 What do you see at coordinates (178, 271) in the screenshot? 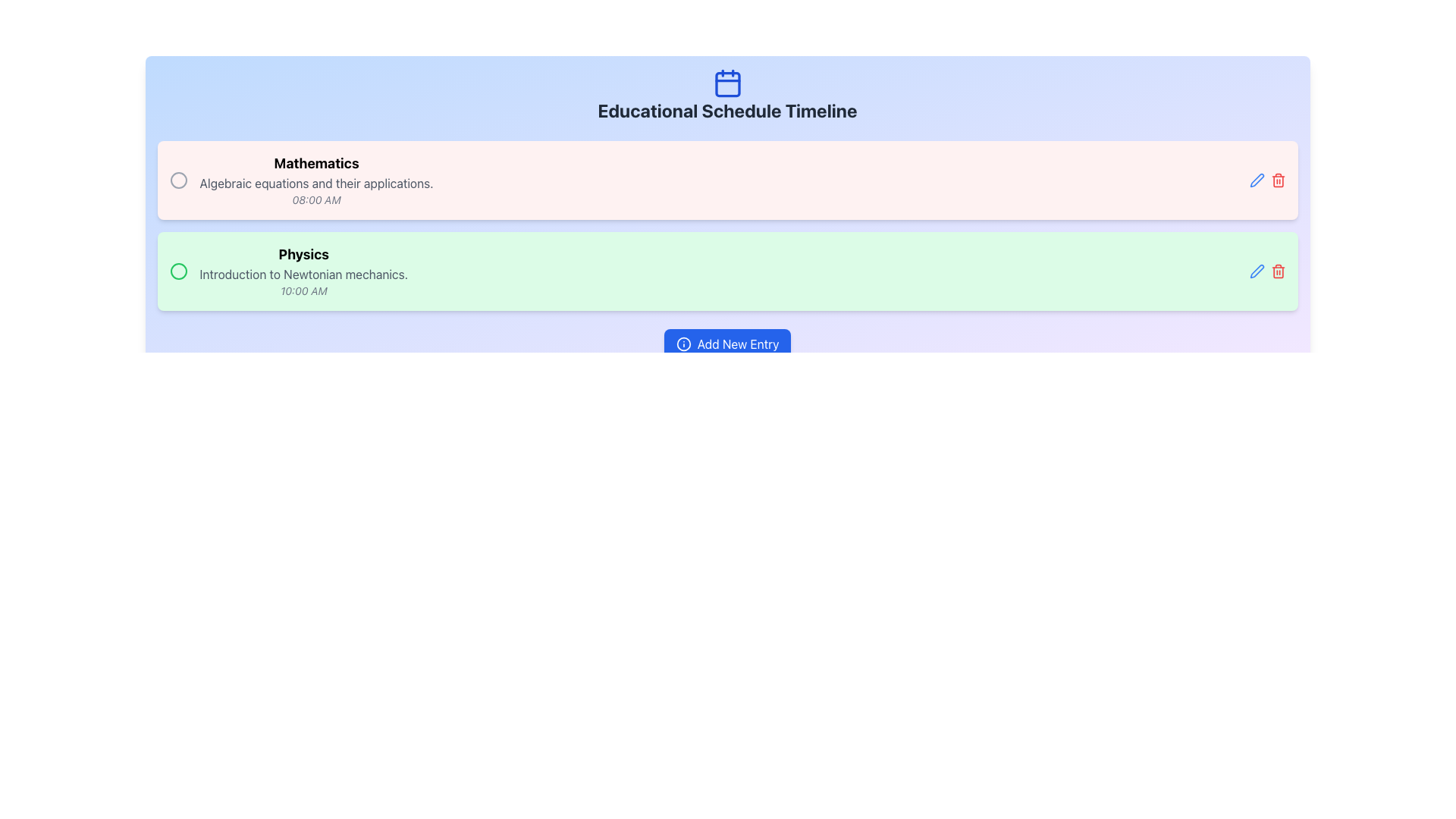
I see `the decorative circular marker on the left side of the 'Physics' schedule entry, which is visually indicated by its circular shape and green background` at bounding box center [178, 271].